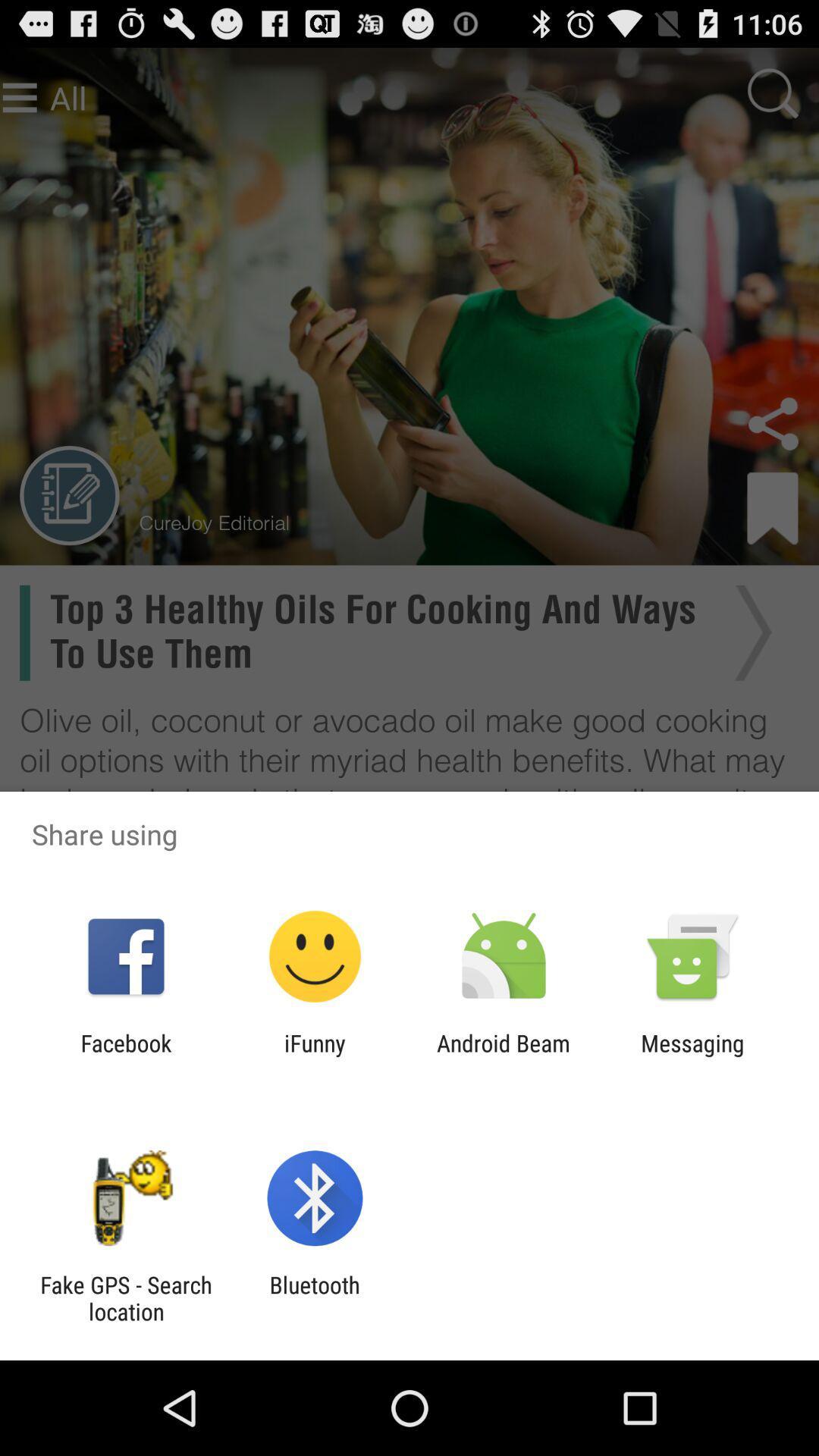 The image size is (819, 1456). I want to click on the facebook item, so click(125, 1056).